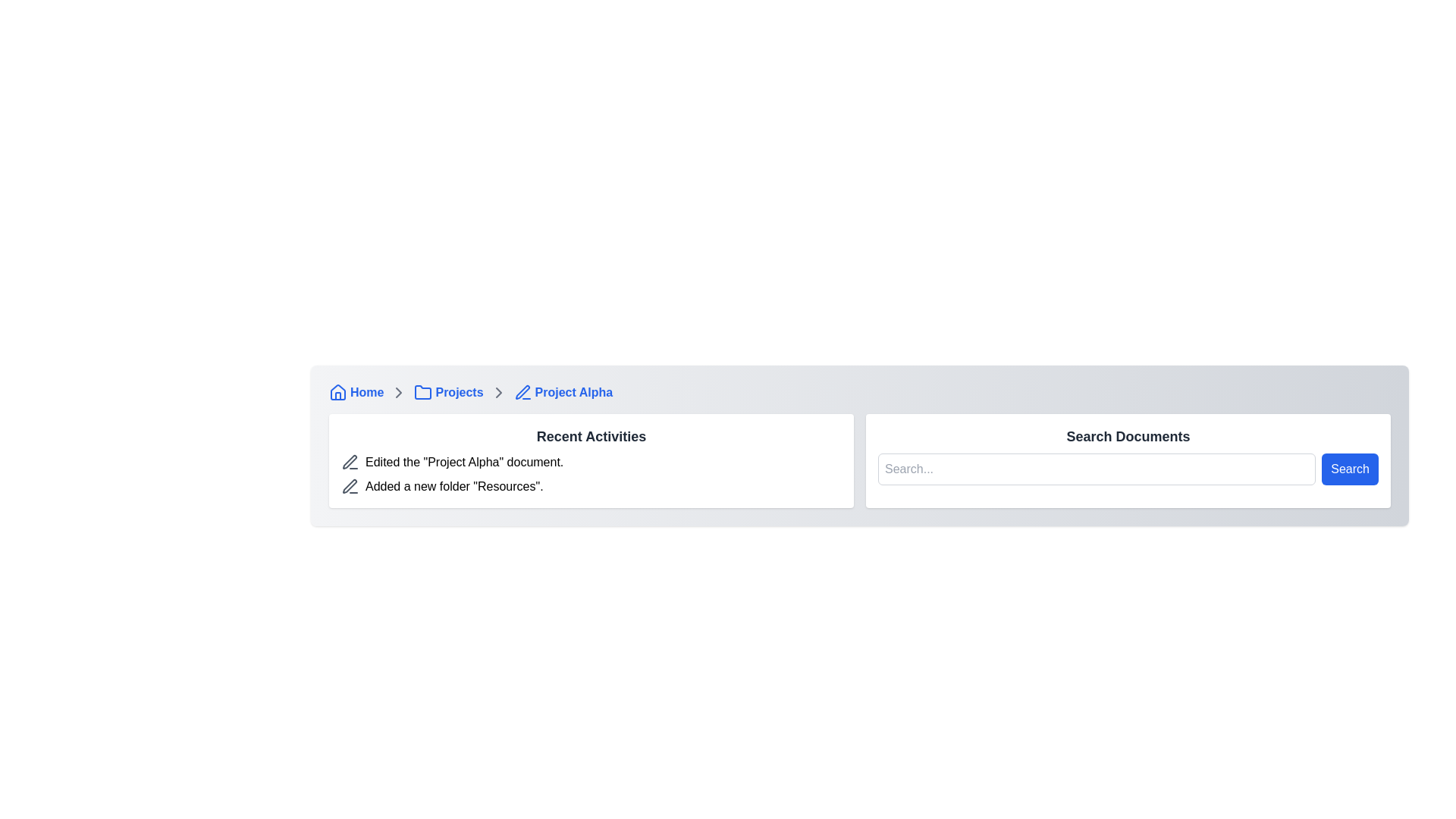 Image resolution: width=1456 pixels, height=819 pixels. I want to click on the right-facing chevron icon with a thin, rounded stroke in gray color, located in the breadcrumb navigation bar between 'Projects' and 'Project Alpha', so click(498, 391).